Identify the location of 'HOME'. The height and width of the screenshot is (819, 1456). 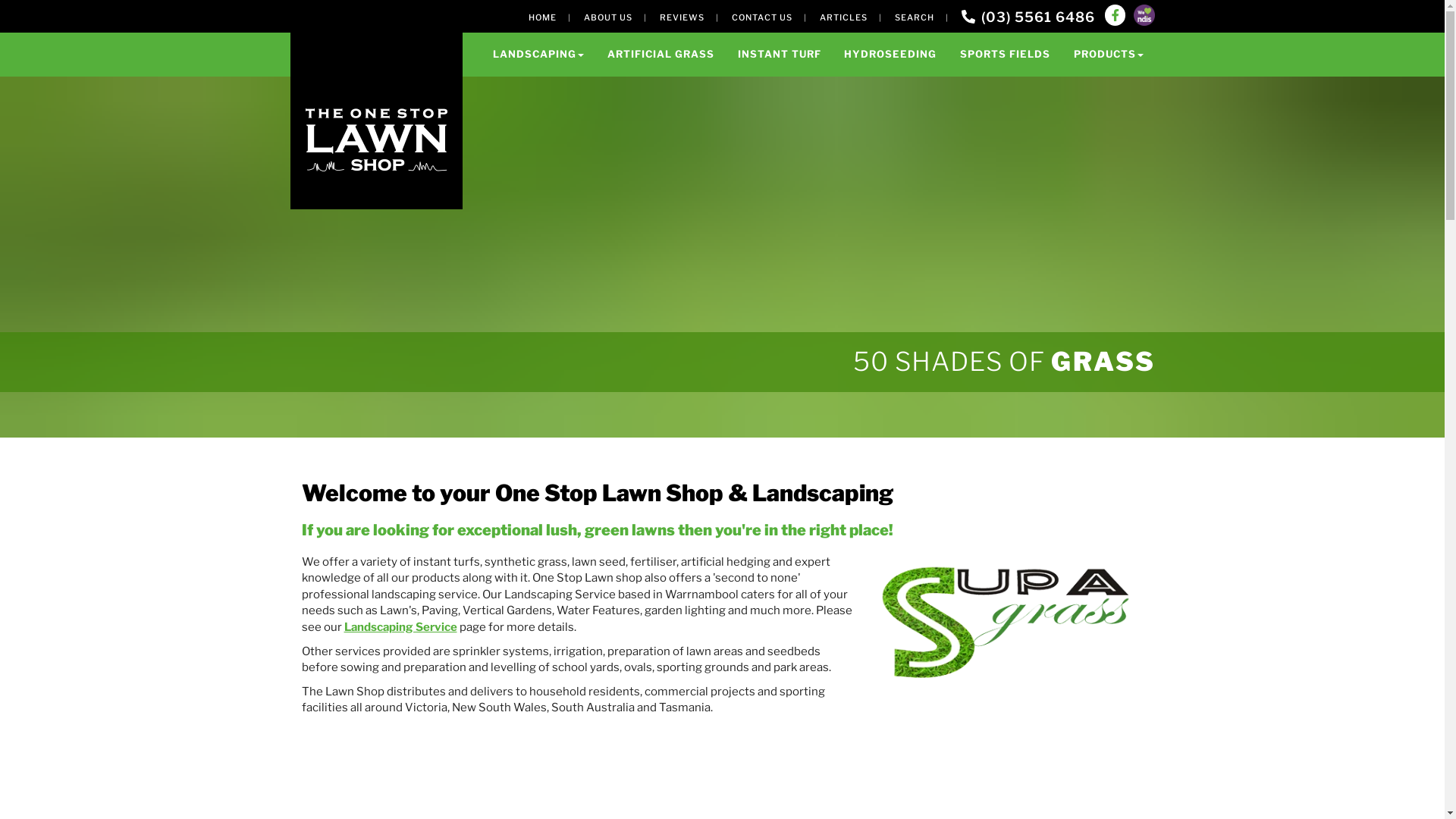
(541, 17).